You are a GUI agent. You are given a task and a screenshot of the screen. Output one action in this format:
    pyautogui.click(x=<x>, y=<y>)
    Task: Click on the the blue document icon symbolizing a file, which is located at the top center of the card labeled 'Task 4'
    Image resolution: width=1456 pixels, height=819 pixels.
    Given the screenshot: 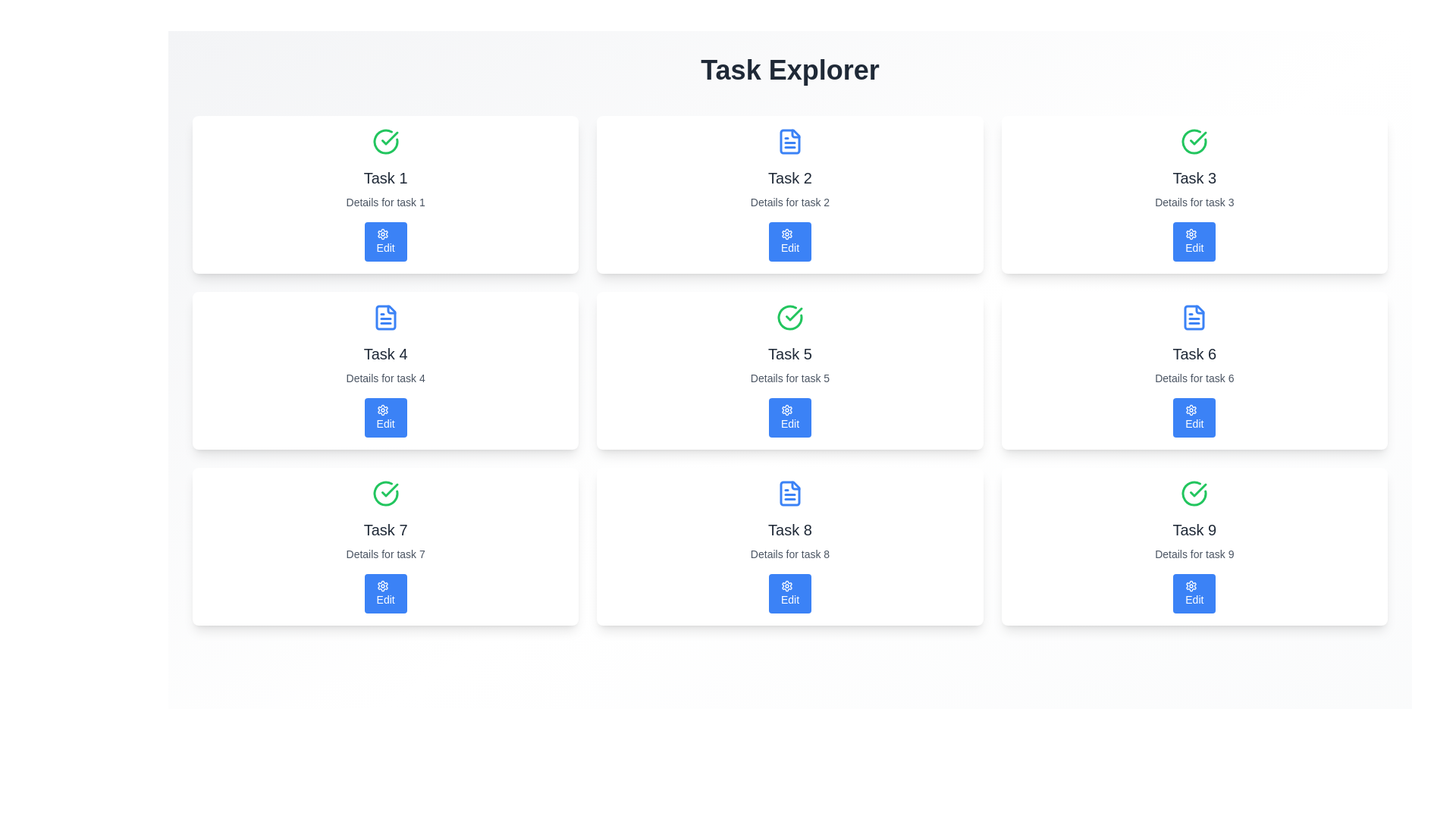 What is the action you would take?
    pyautogui.click(x=385, y=317)
    